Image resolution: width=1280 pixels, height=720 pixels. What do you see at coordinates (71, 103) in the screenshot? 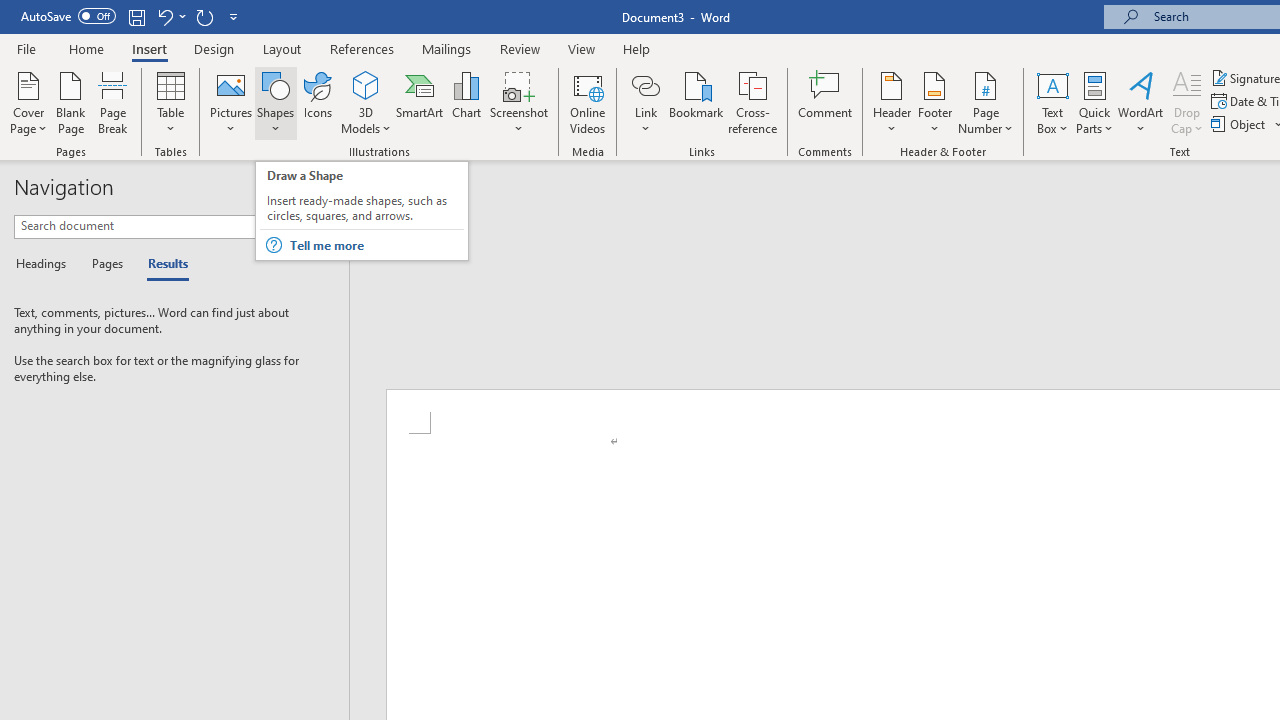
I see `'Blank Page'` at bounding box center [71, 103].